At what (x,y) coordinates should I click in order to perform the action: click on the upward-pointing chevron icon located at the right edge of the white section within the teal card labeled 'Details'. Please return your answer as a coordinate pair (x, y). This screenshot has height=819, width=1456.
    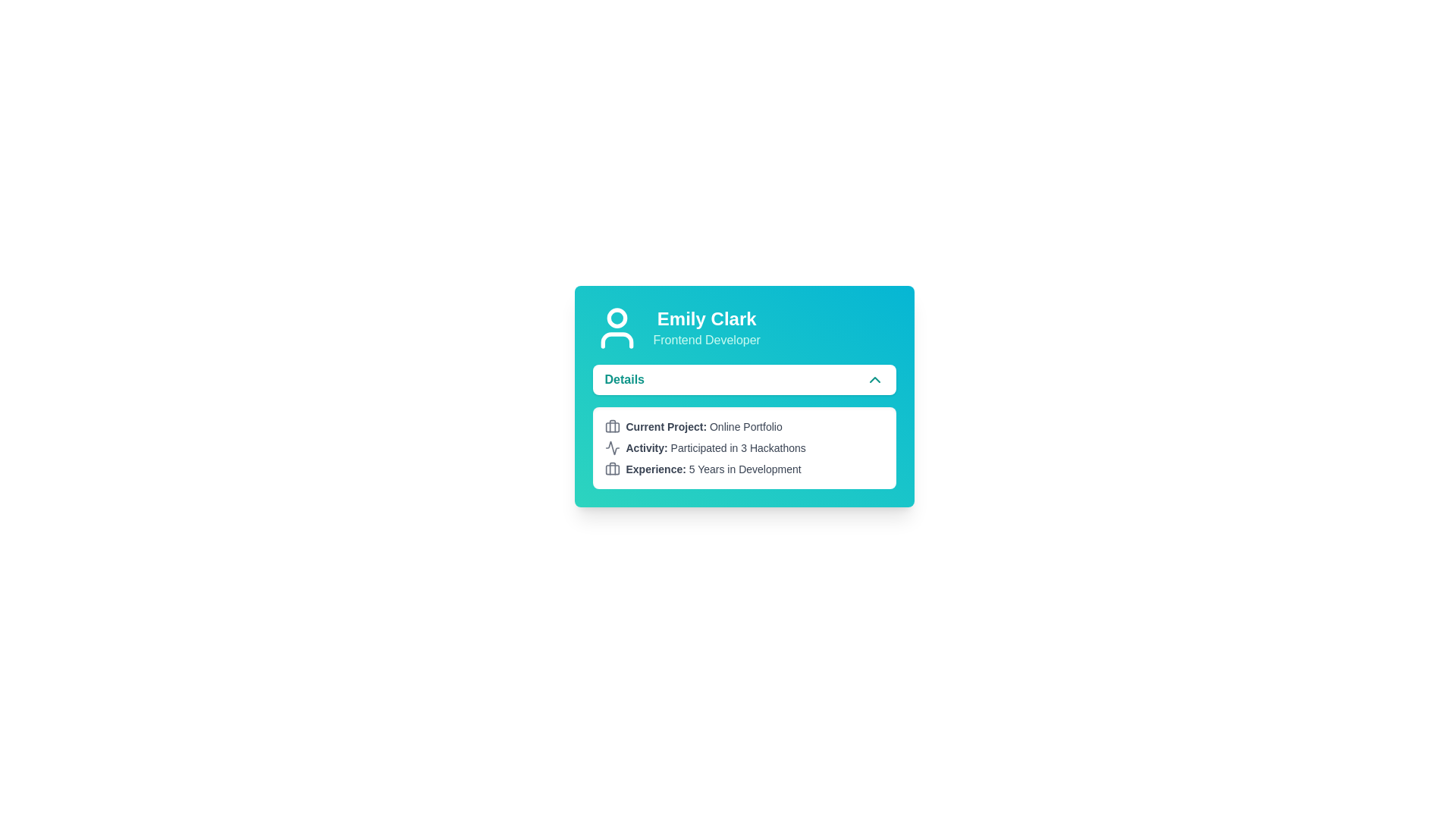
    Looking at the image, I should click on (874, 379).